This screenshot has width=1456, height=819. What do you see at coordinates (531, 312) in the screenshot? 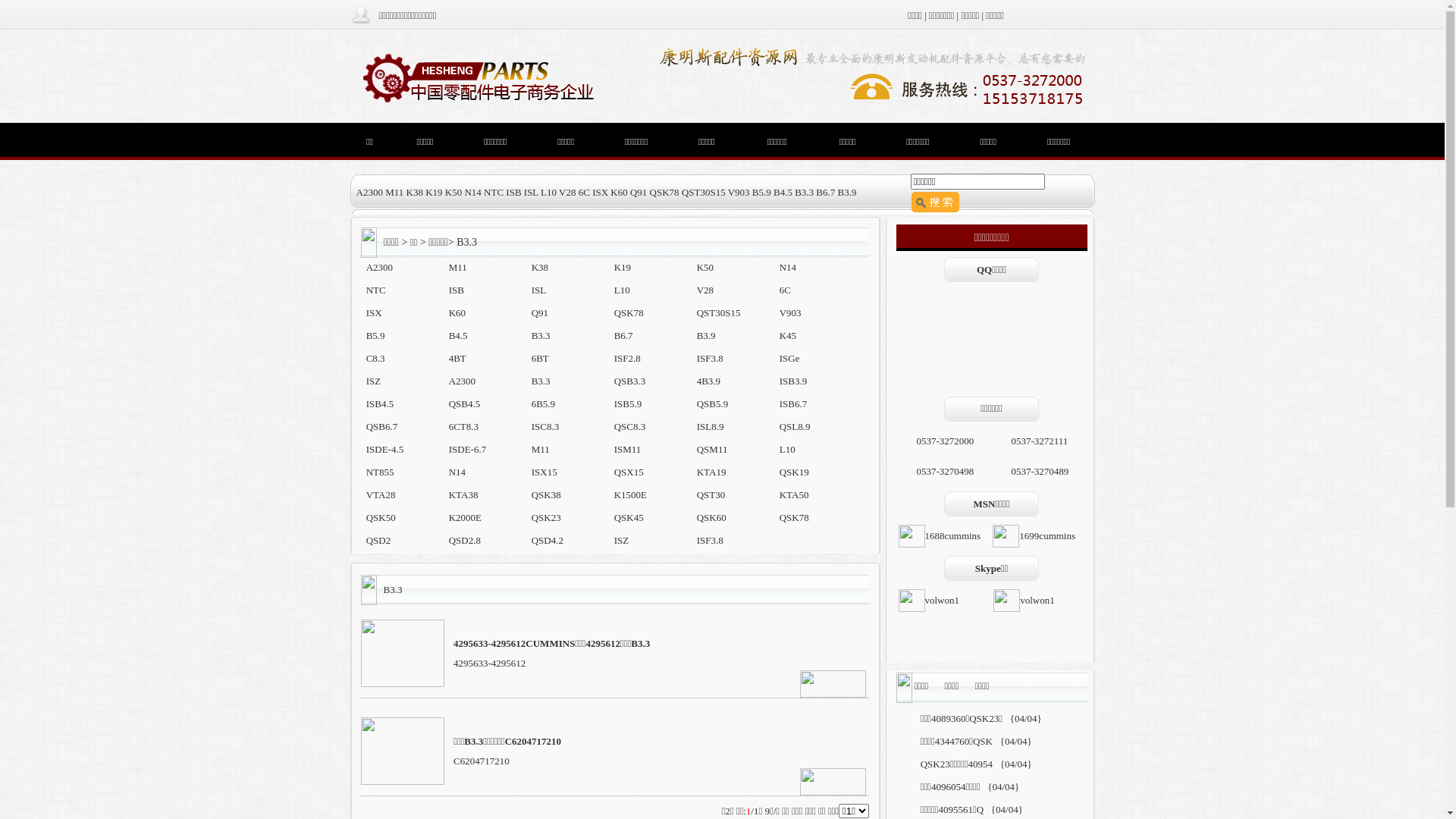
I see `'Q91'` at bounding box center [531, 312].